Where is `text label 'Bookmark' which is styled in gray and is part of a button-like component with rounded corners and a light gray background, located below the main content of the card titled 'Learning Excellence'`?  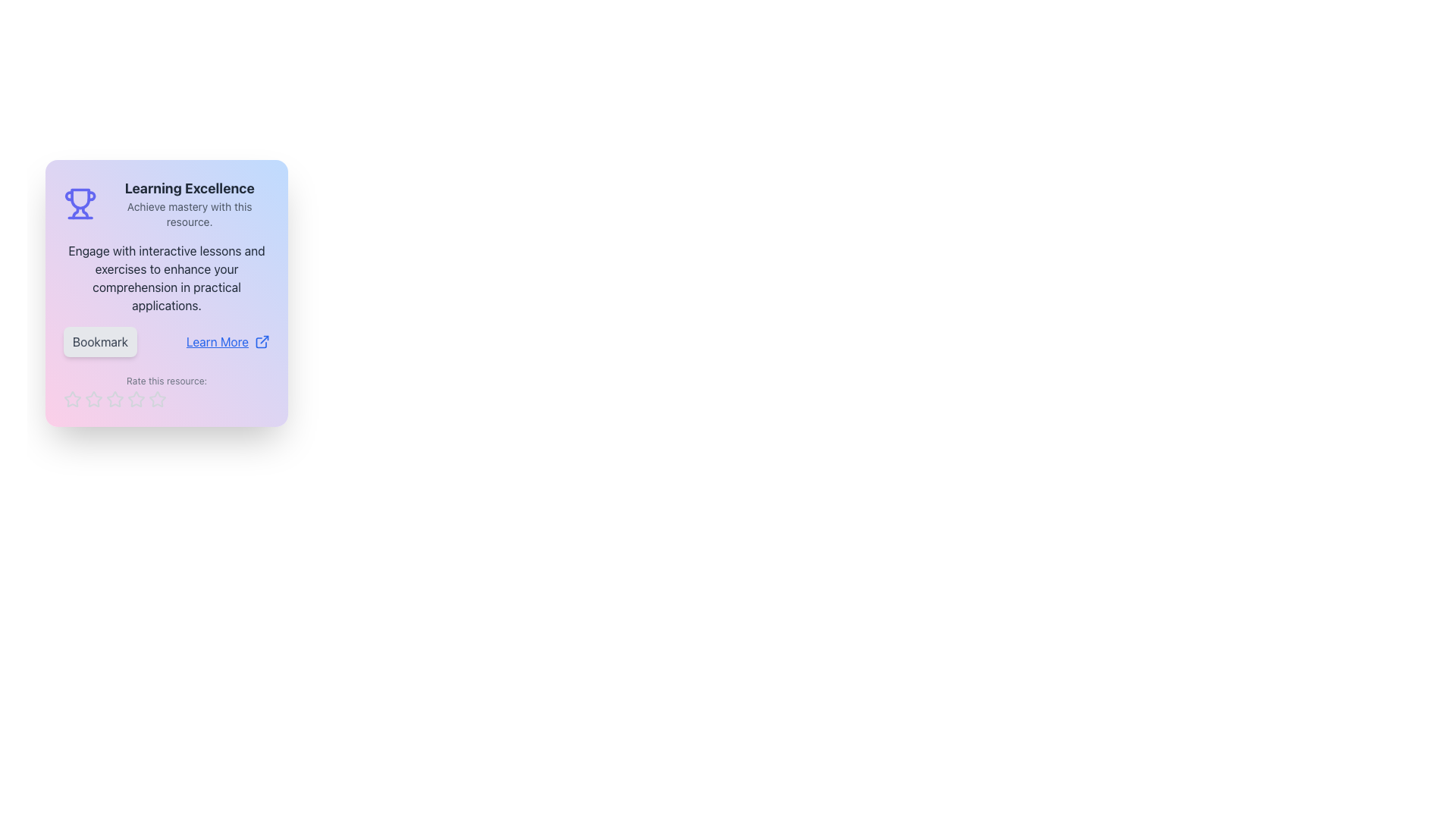 text label 'Bookmark' which is styled in gray and is part of a button-like component with rounded corners and a light gray background, located below the main content of the card titled 'Learning Excellence' is located at coordinates (99, 342).